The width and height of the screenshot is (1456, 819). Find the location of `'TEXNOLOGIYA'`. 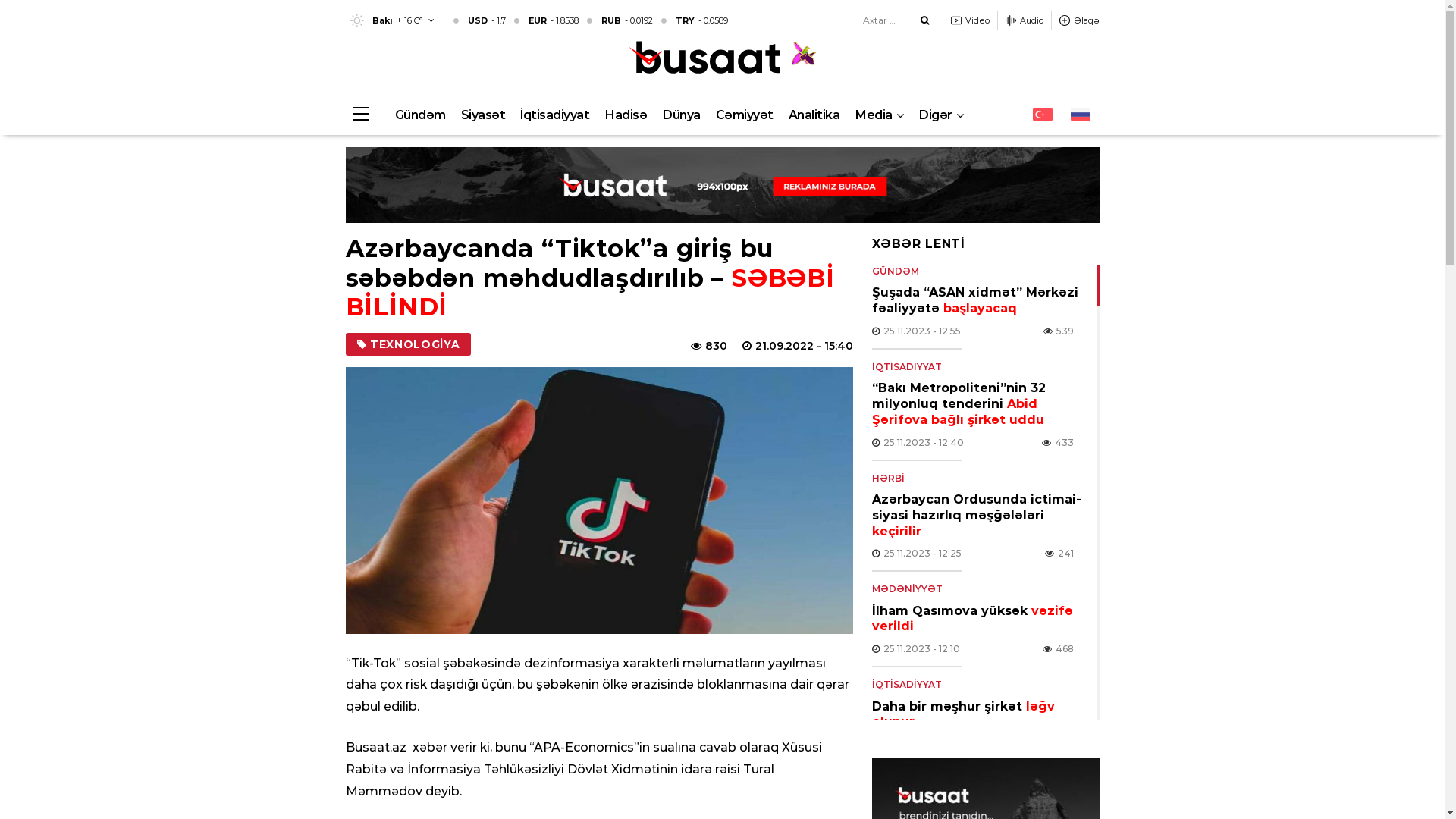

'TEXNOLOGIYA' is located at coordinates (356, 344).